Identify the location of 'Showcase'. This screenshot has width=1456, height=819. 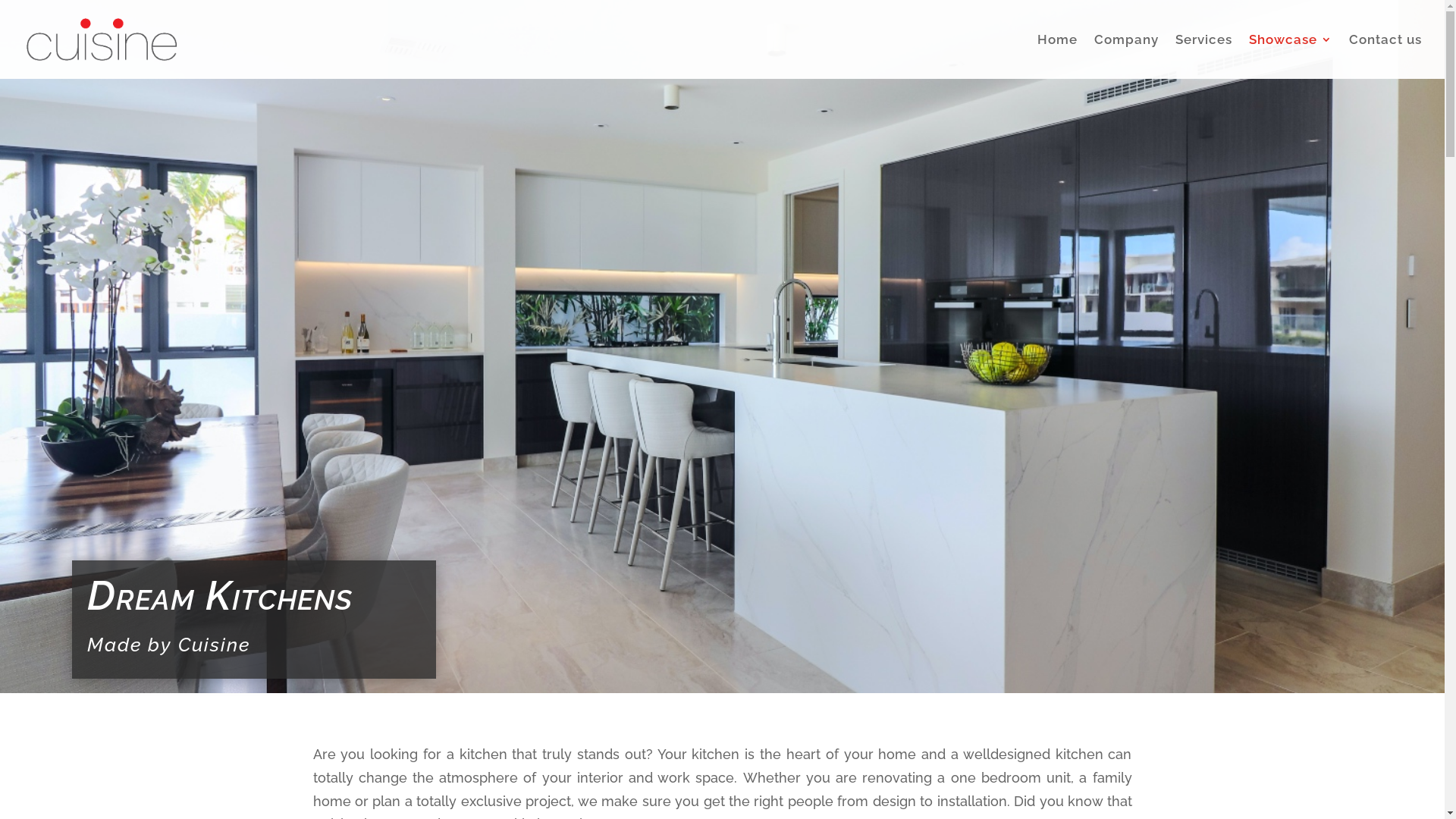
(1248, 55).